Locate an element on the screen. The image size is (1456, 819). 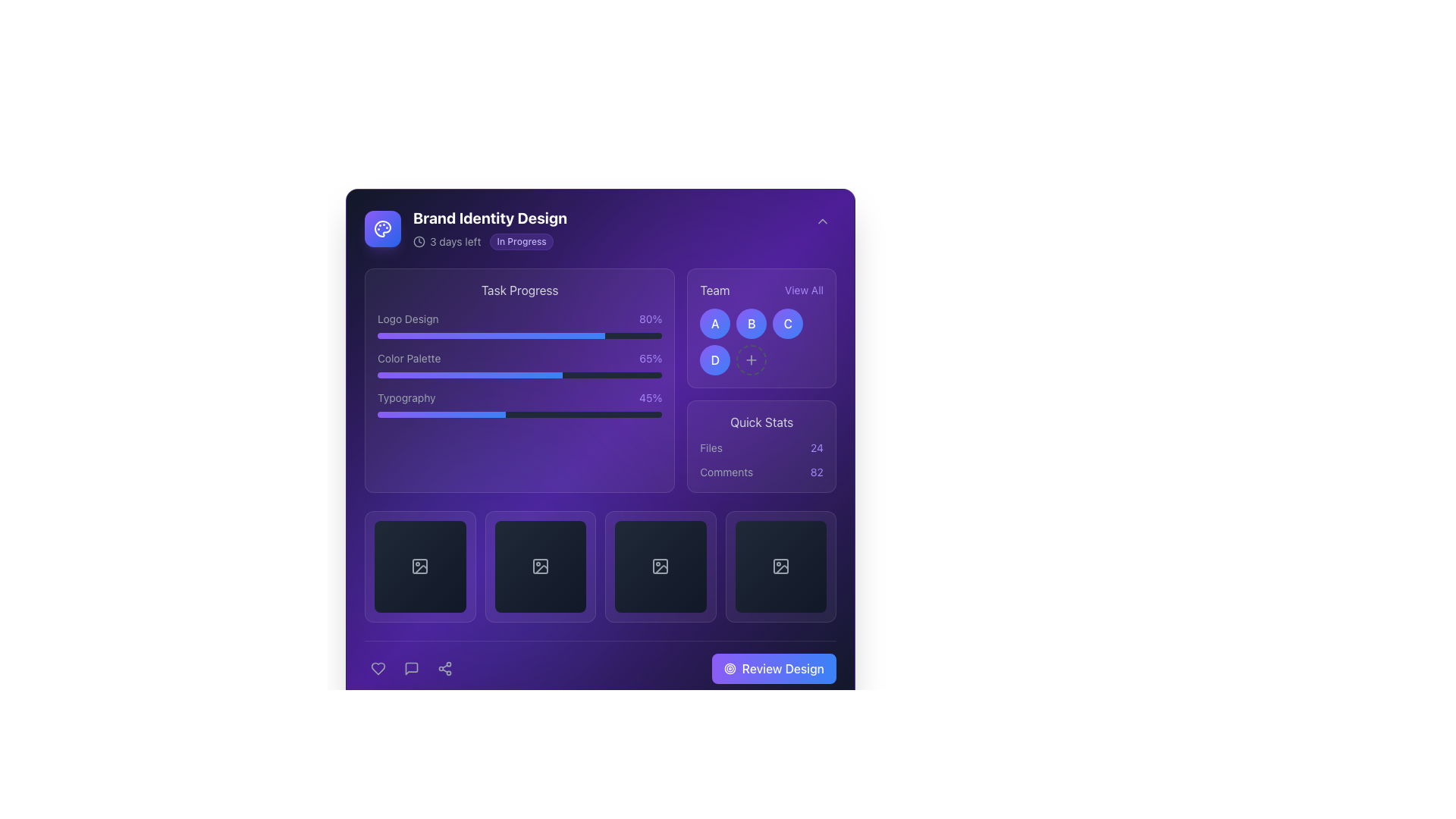
the heart-shaped icon at the bottom left of the application to like or favorite it is located at coordinates (378, 667).